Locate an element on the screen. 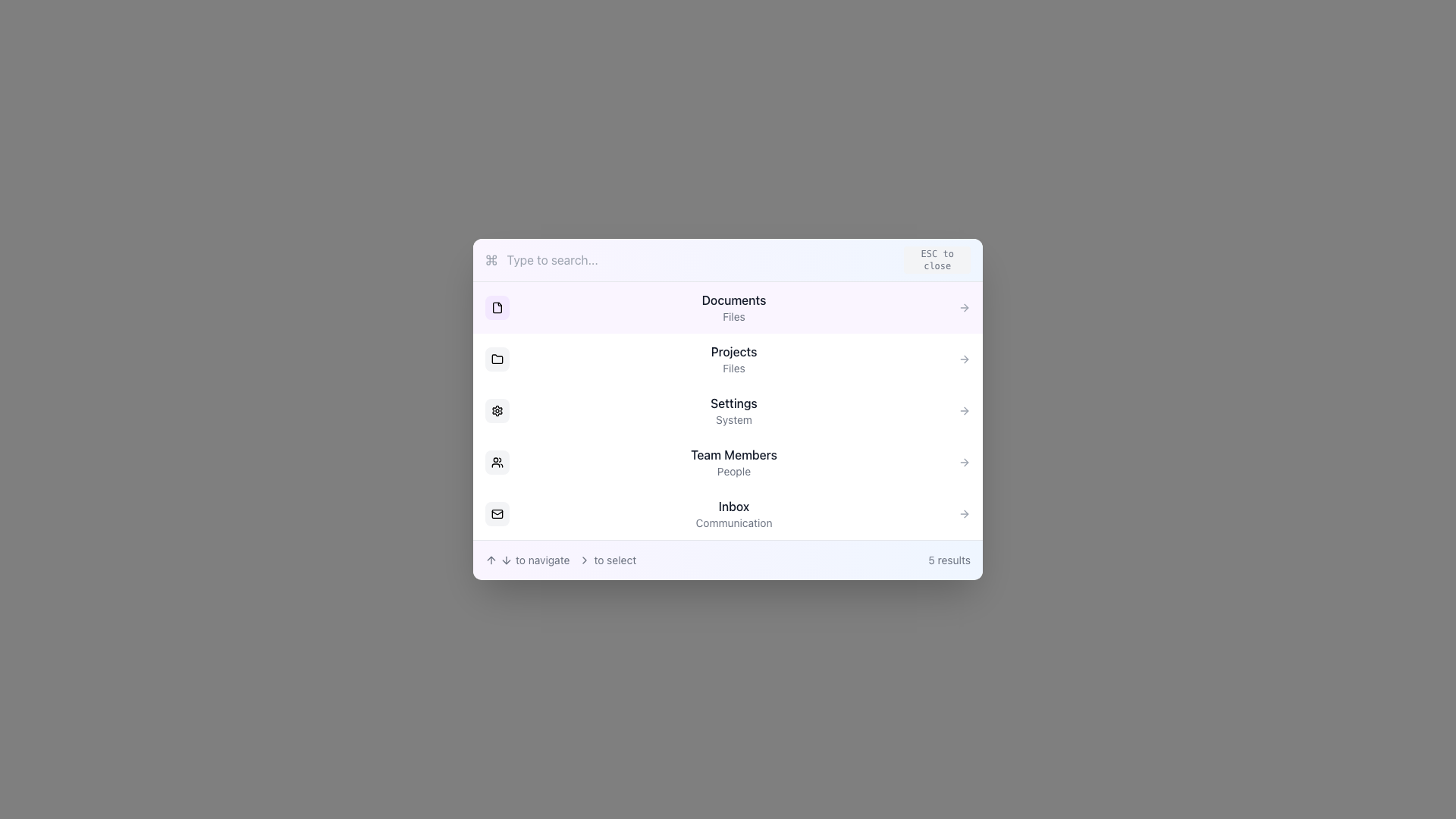 The height and width of the screenshot is (819, 1456). the text label displaying 'Projects' is located at coordinates (734, 351).